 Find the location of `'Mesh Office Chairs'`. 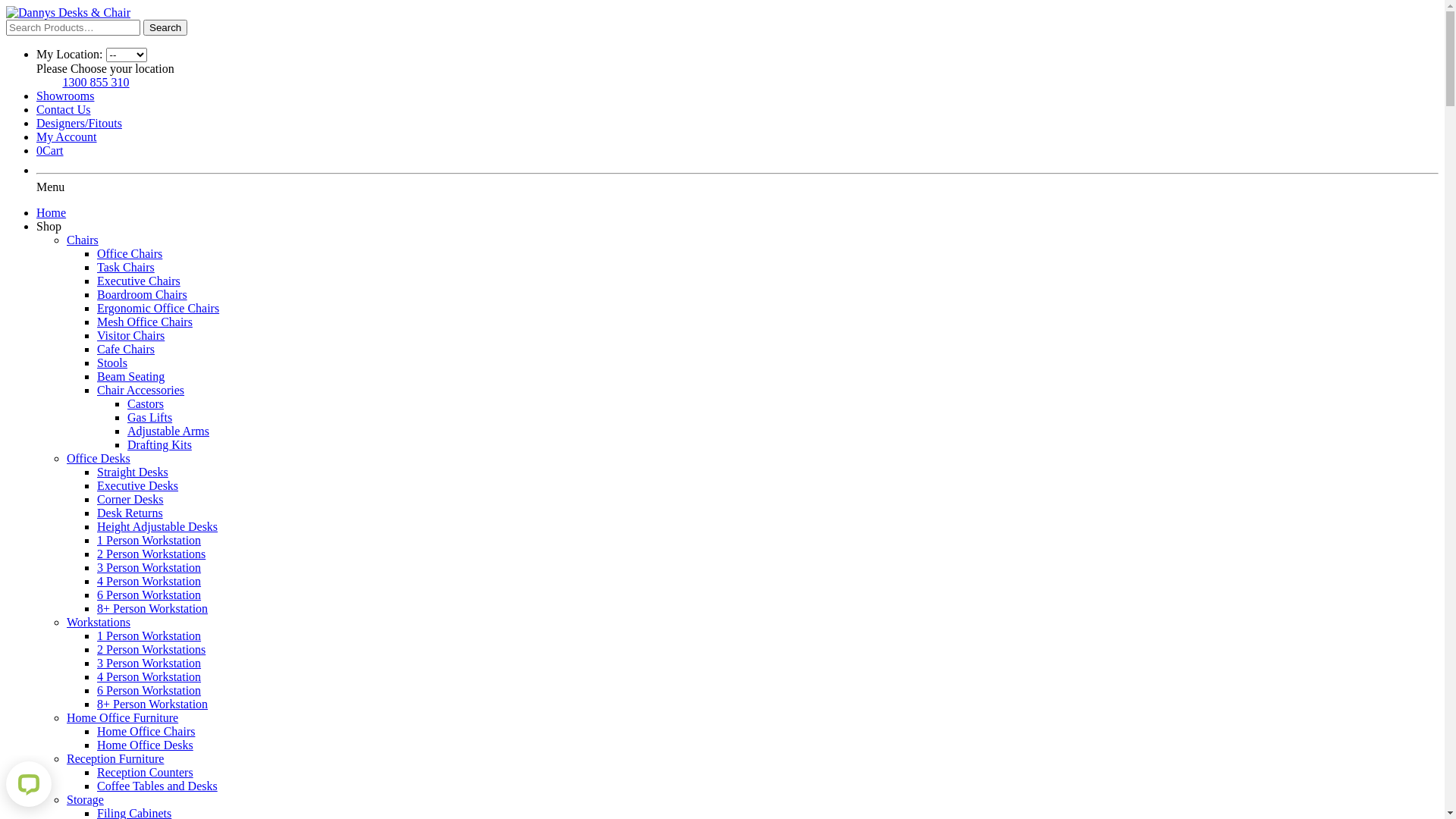

'Mesh Office Chairs' is located at coordinates (145, 321).